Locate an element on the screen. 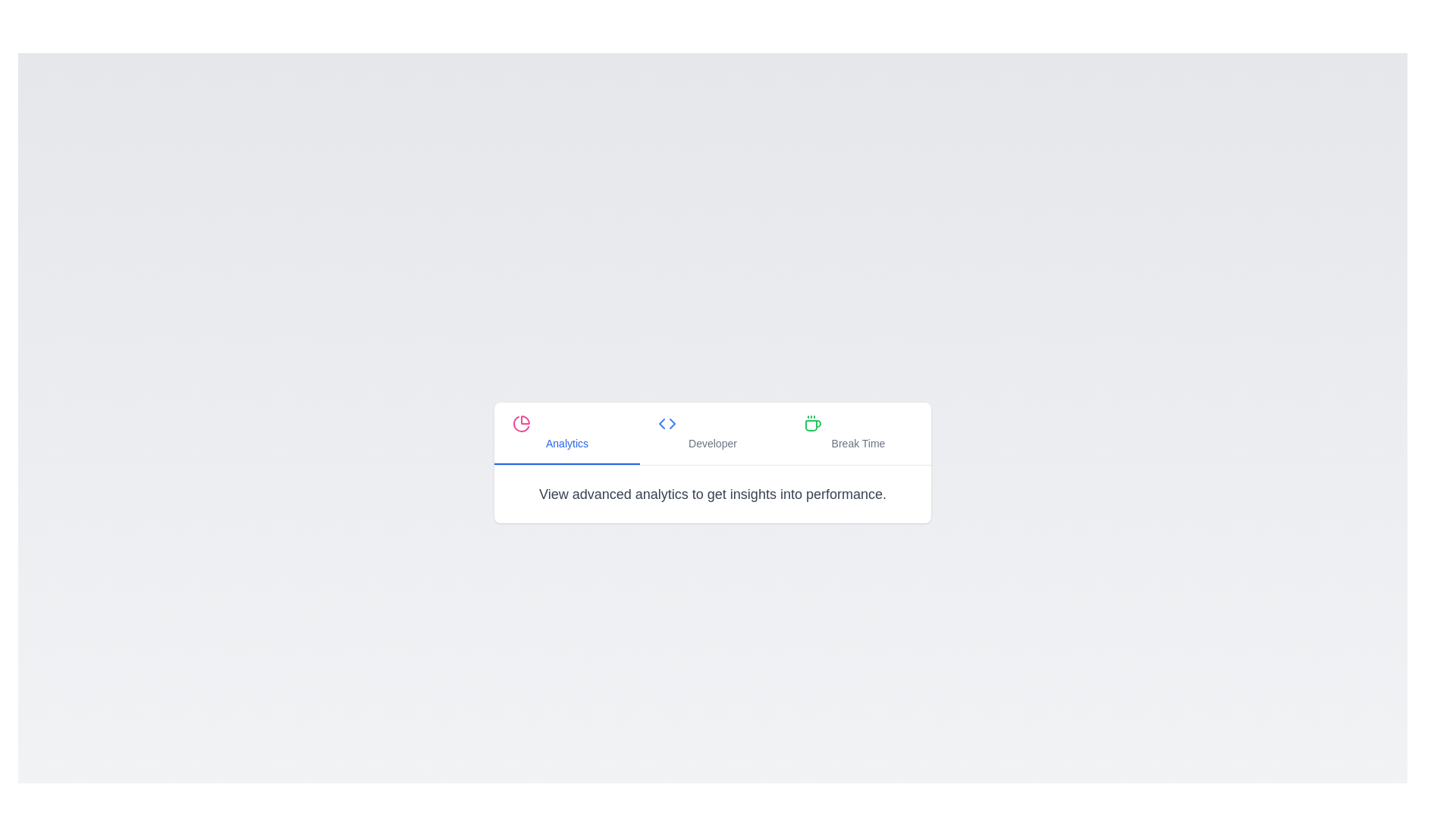  the tab labeled Developer is located at coordinates (712, 433).